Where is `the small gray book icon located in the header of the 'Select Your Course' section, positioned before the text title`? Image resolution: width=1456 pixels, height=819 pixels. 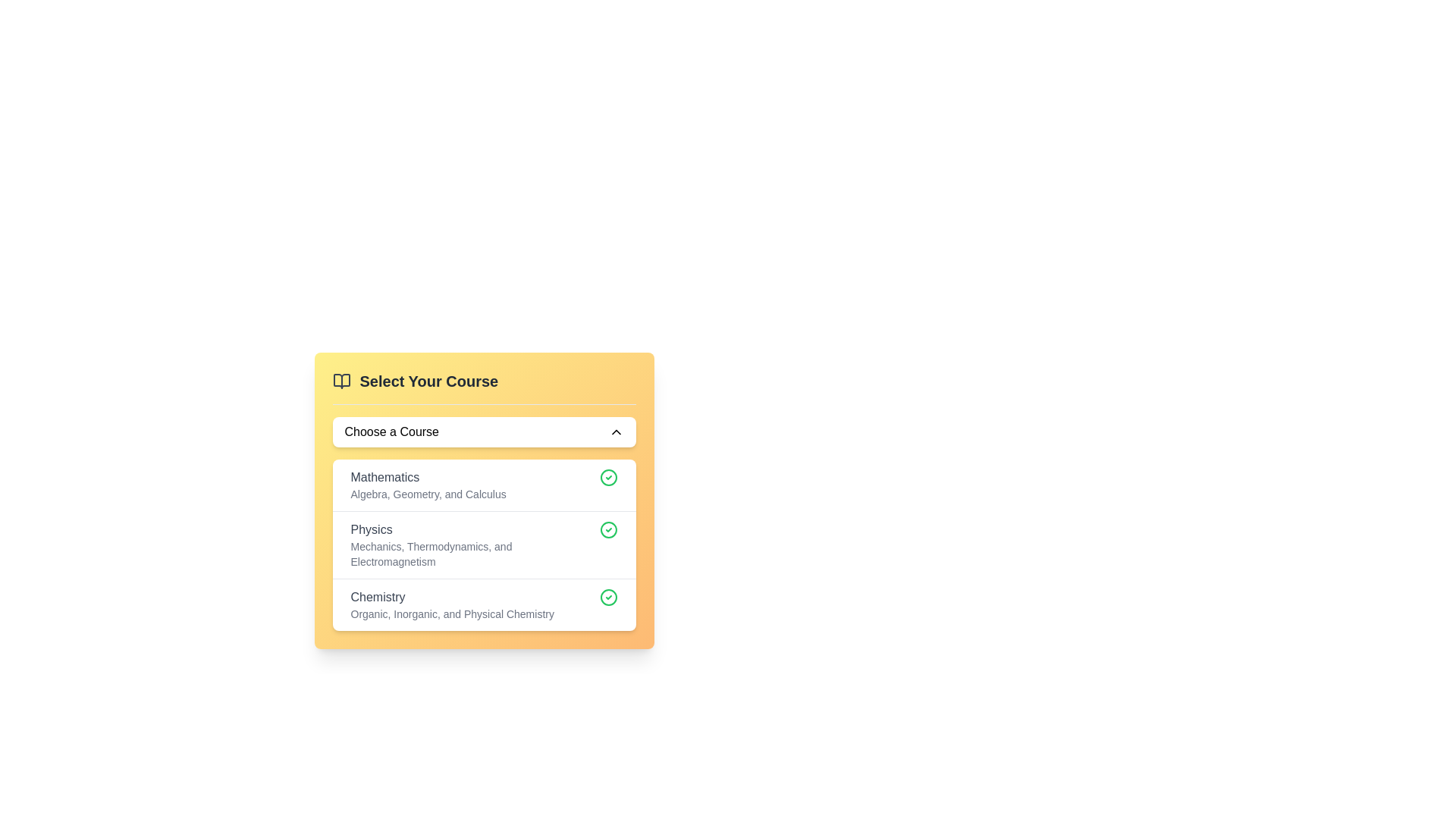
the small gray book icon located in the header of the 'Select Your Course' section, positioned before the text title is located at coordinates (340, 380).